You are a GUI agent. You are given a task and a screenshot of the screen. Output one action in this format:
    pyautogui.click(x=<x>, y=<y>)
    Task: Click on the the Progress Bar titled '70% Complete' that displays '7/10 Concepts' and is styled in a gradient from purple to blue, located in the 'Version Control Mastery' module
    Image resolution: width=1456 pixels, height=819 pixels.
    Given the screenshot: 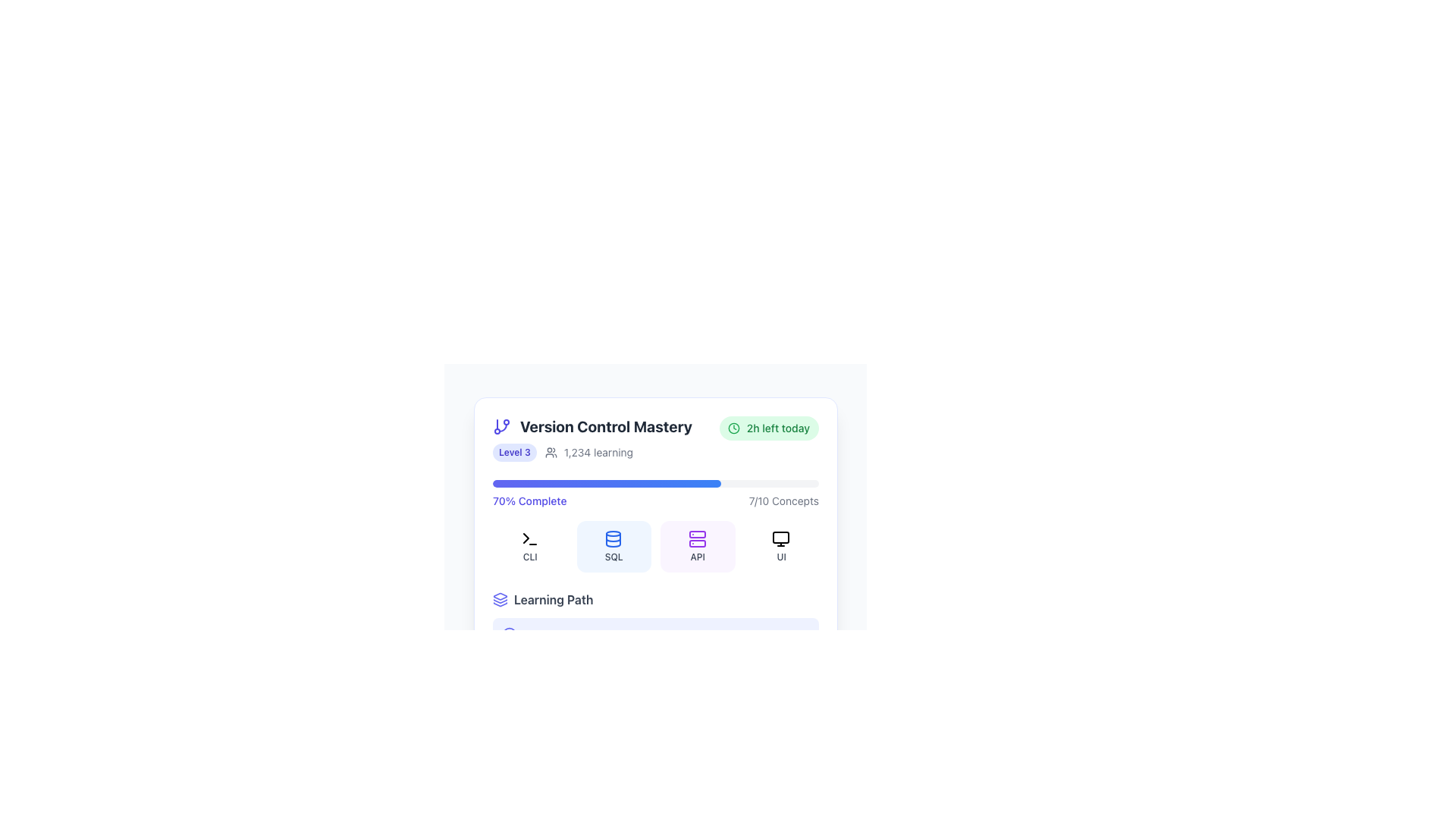 What is the action you would take?
    pyautogui.click(x=655, y=488)
    